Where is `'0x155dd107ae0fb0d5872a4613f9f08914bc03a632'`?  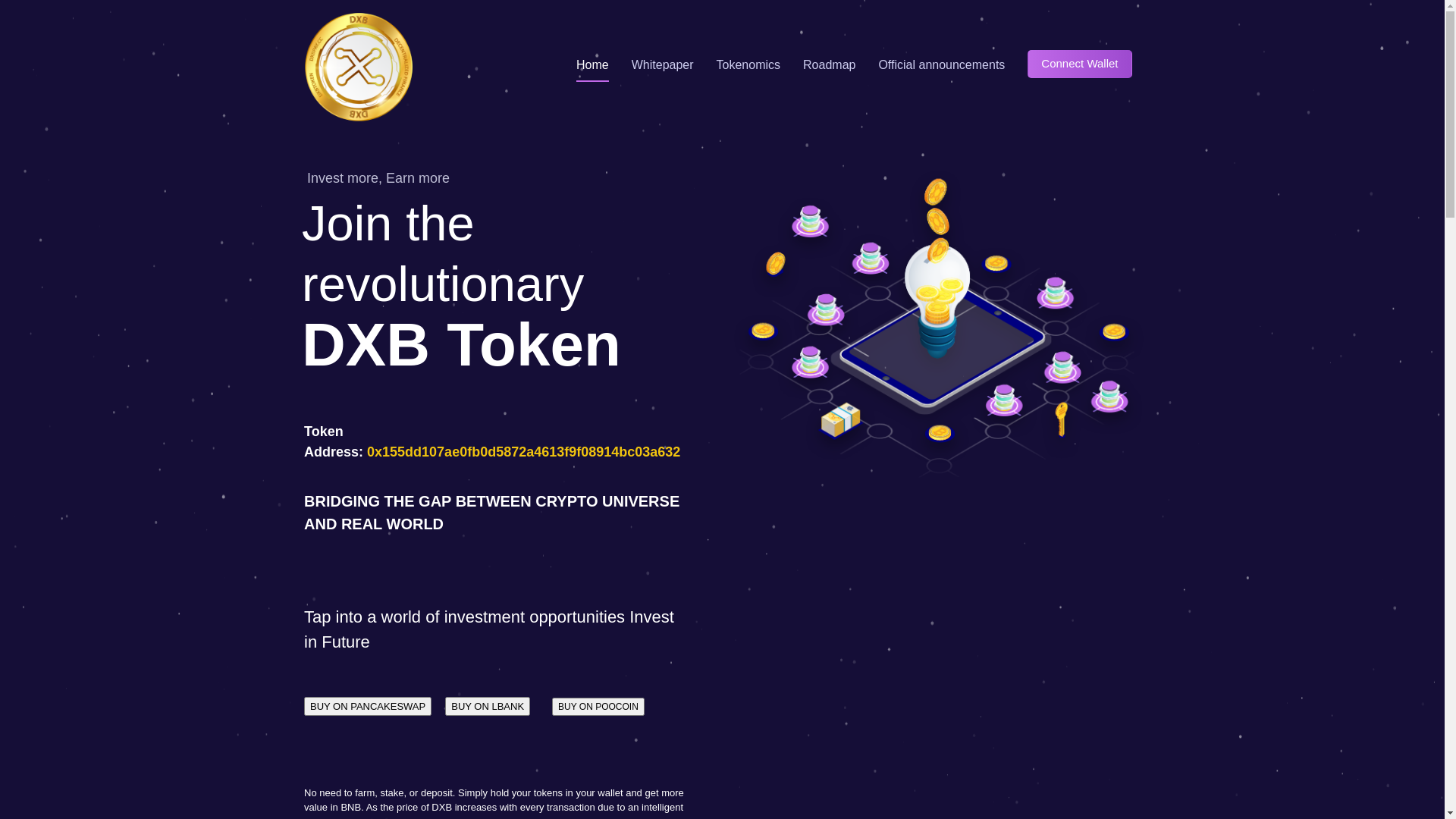
'0x155dd107ae0fb0d5872a4613f9f08914bc03a632' is located at coordinates (523, 450).